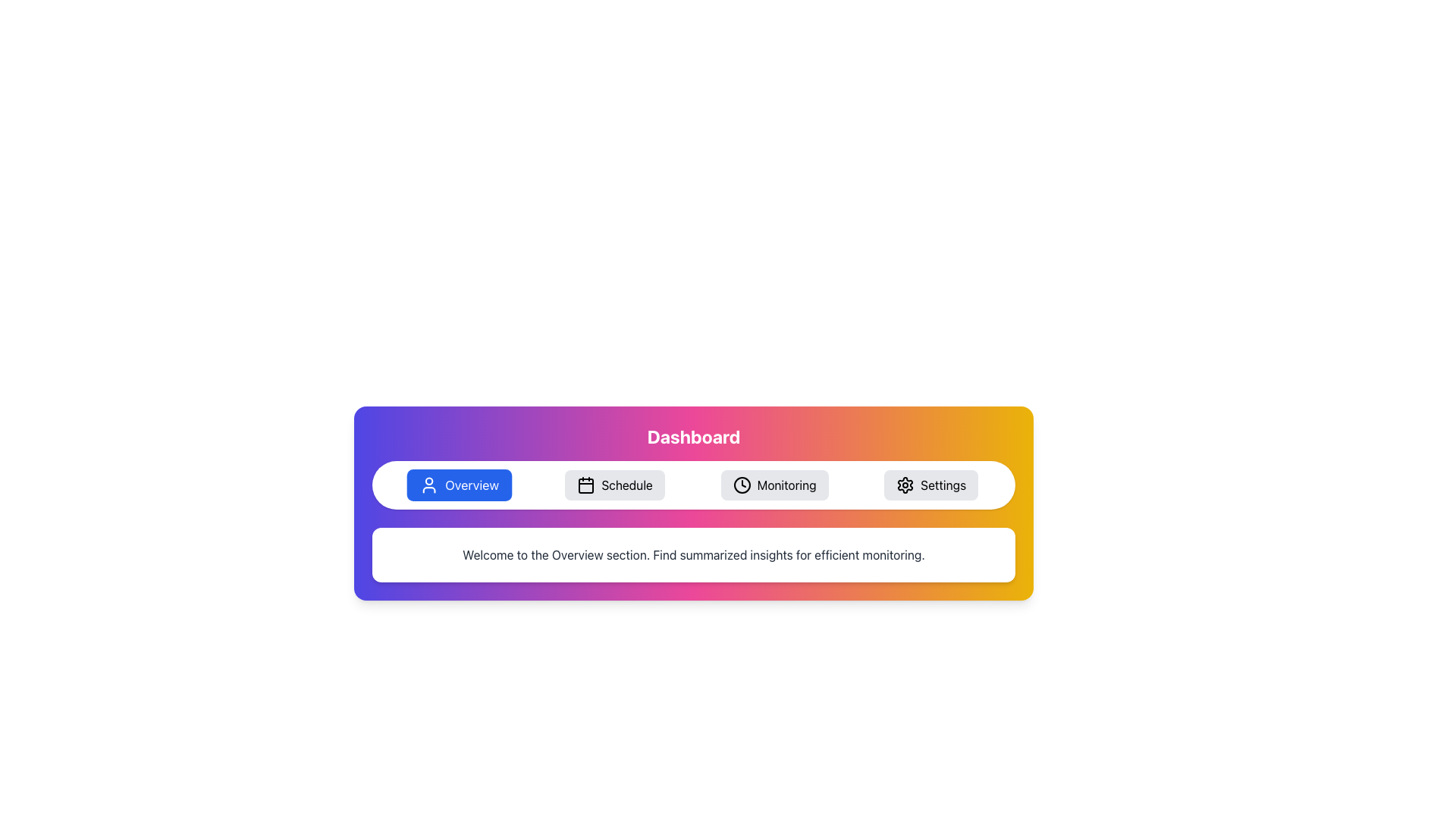 This screenshot has width=1456, height=819. I want to click on the 'Settings' text label located at the bottom right of the colorful header area, so click(942, 485).